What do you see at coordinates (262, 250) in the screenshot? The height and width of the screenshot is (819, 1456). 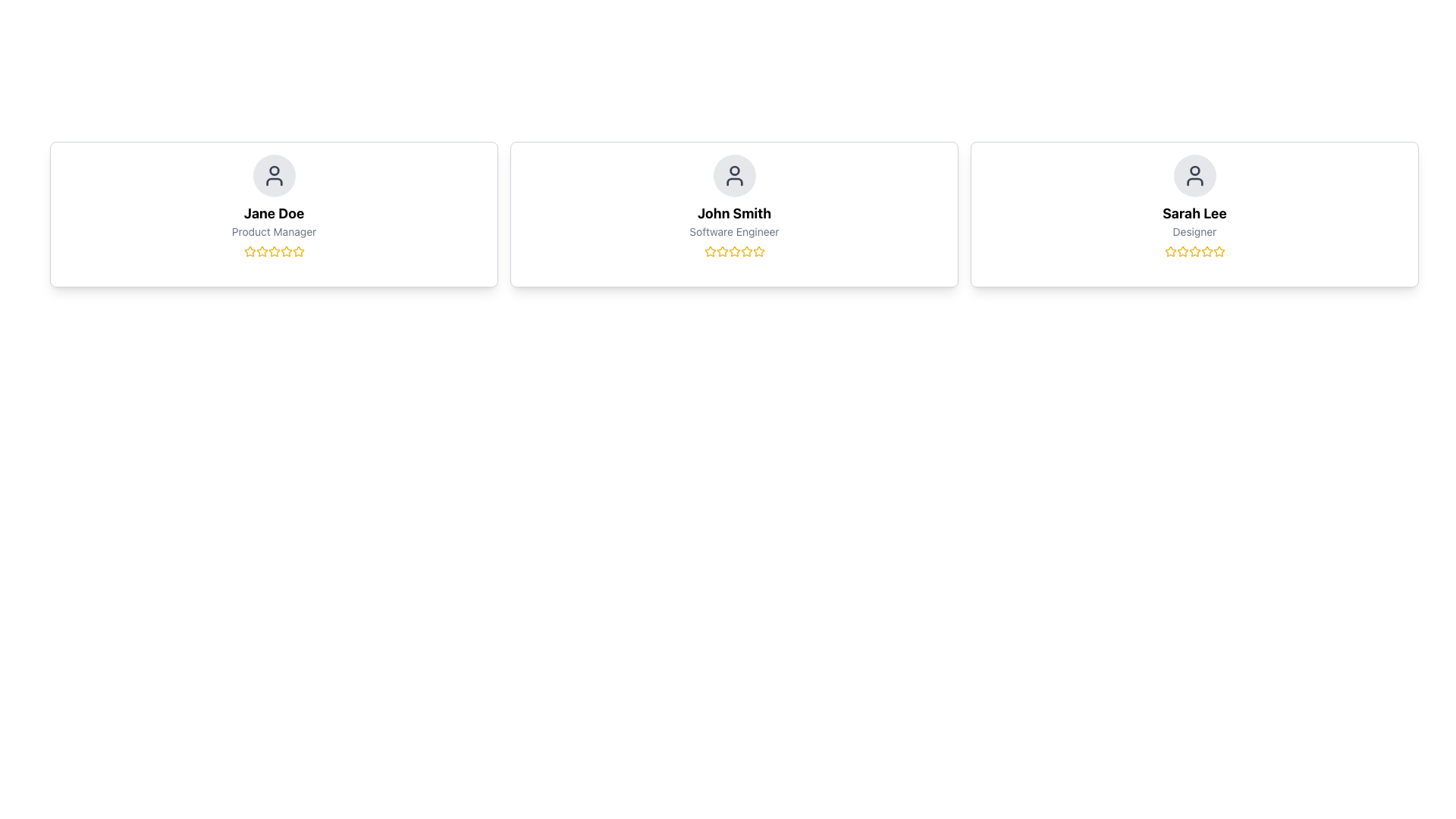 I see `the first star in the rating system located below 'Jane Doe' and 'Product Manager' in the leftmost card` at bounding box center [262, 250].